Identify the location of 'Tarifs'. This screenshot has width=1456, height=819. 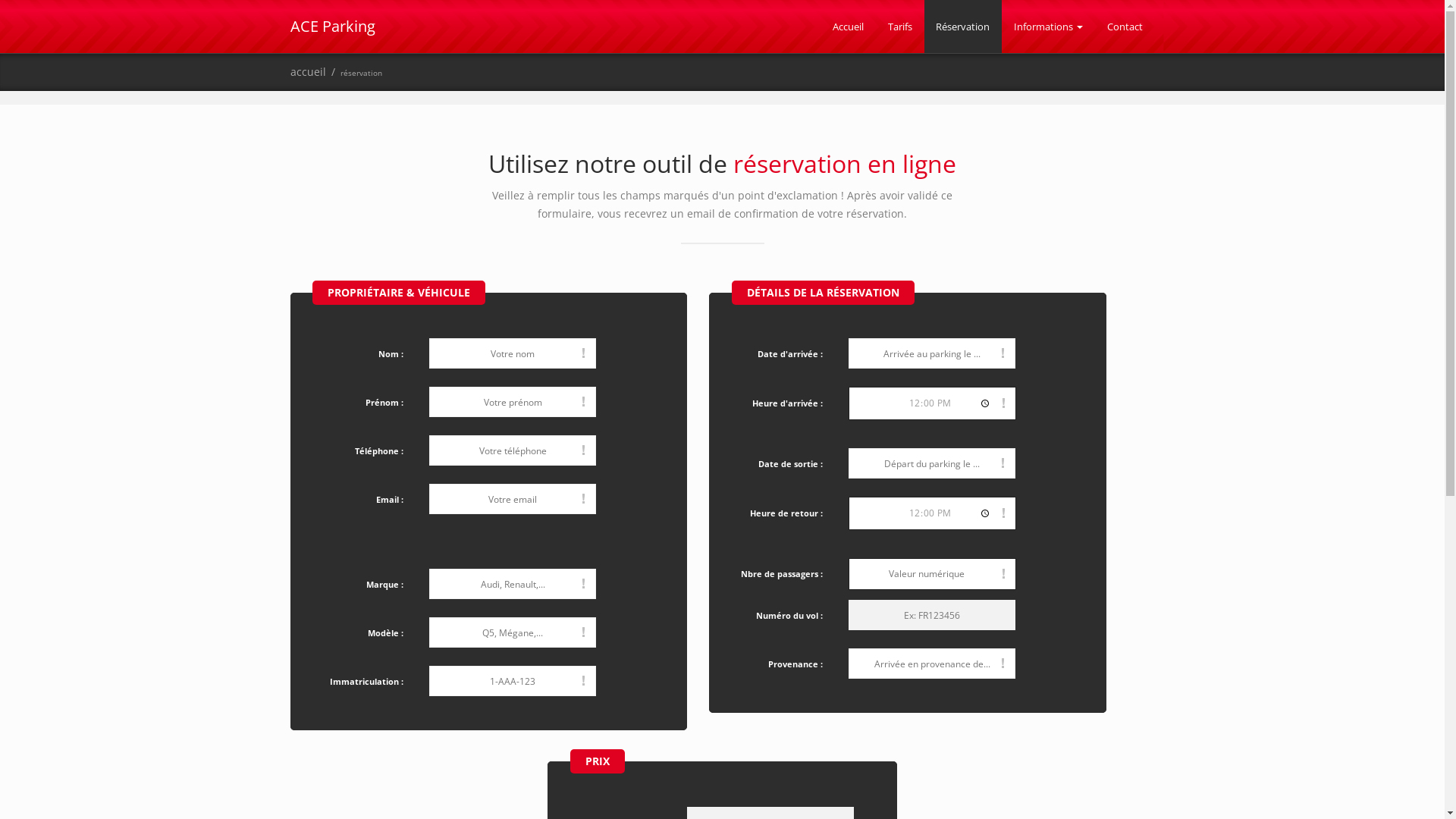
(899, 26).